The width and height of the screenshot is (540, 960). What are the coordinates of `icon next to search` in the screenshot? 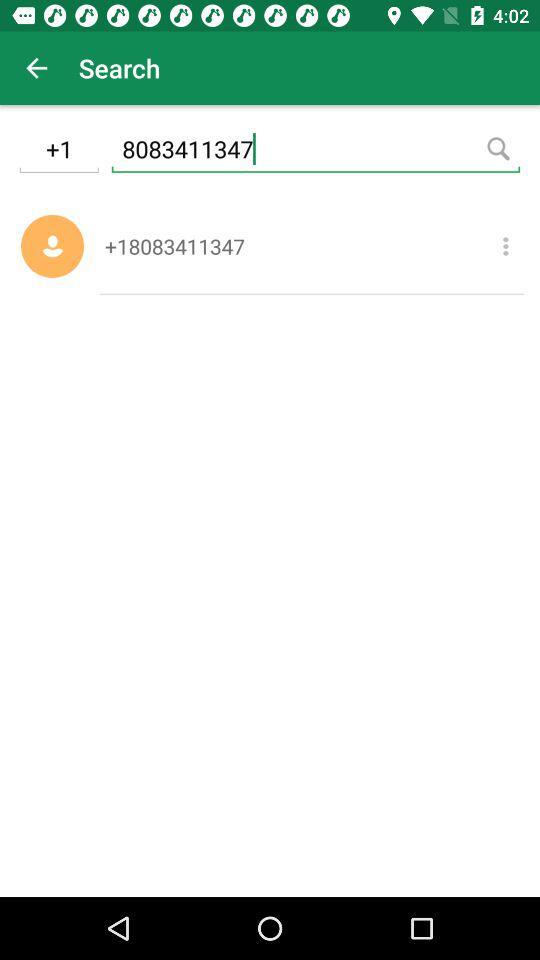 It's located at (36, 68).